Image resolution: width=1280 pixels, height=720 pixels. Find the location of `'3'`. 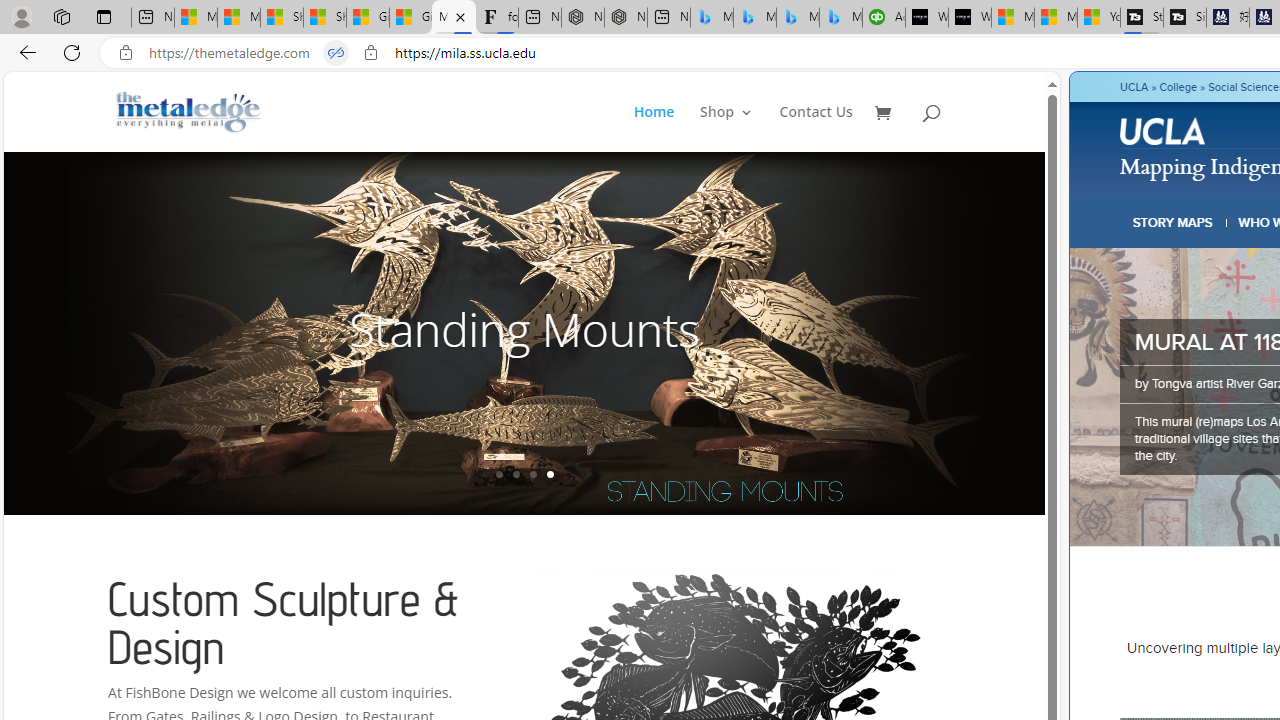

'3' is located at coordinates (533, 474).